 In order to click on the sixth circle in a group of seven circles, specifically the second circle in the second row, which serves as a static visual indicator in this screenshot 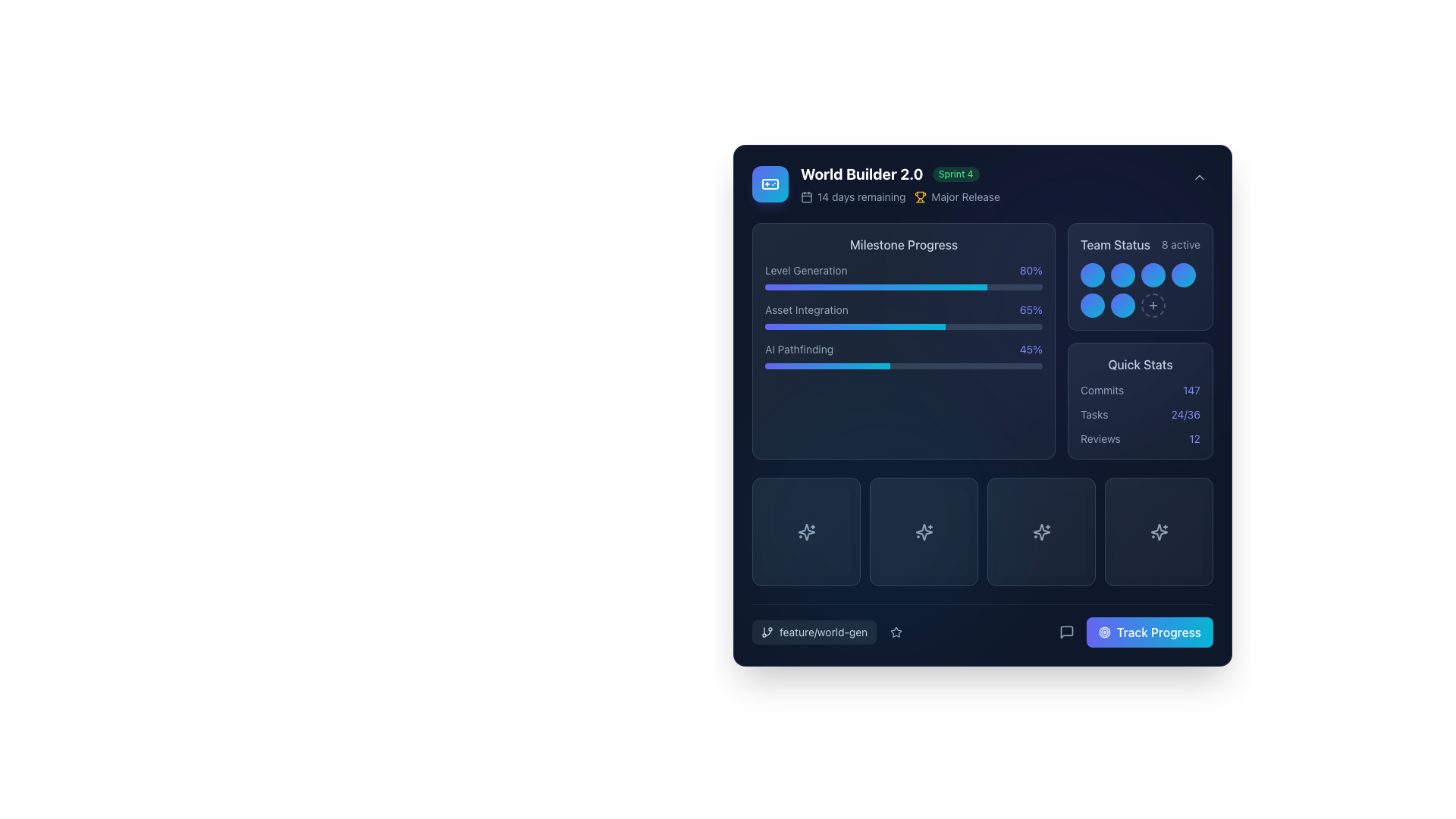, I will do `click(1123, 305)`.